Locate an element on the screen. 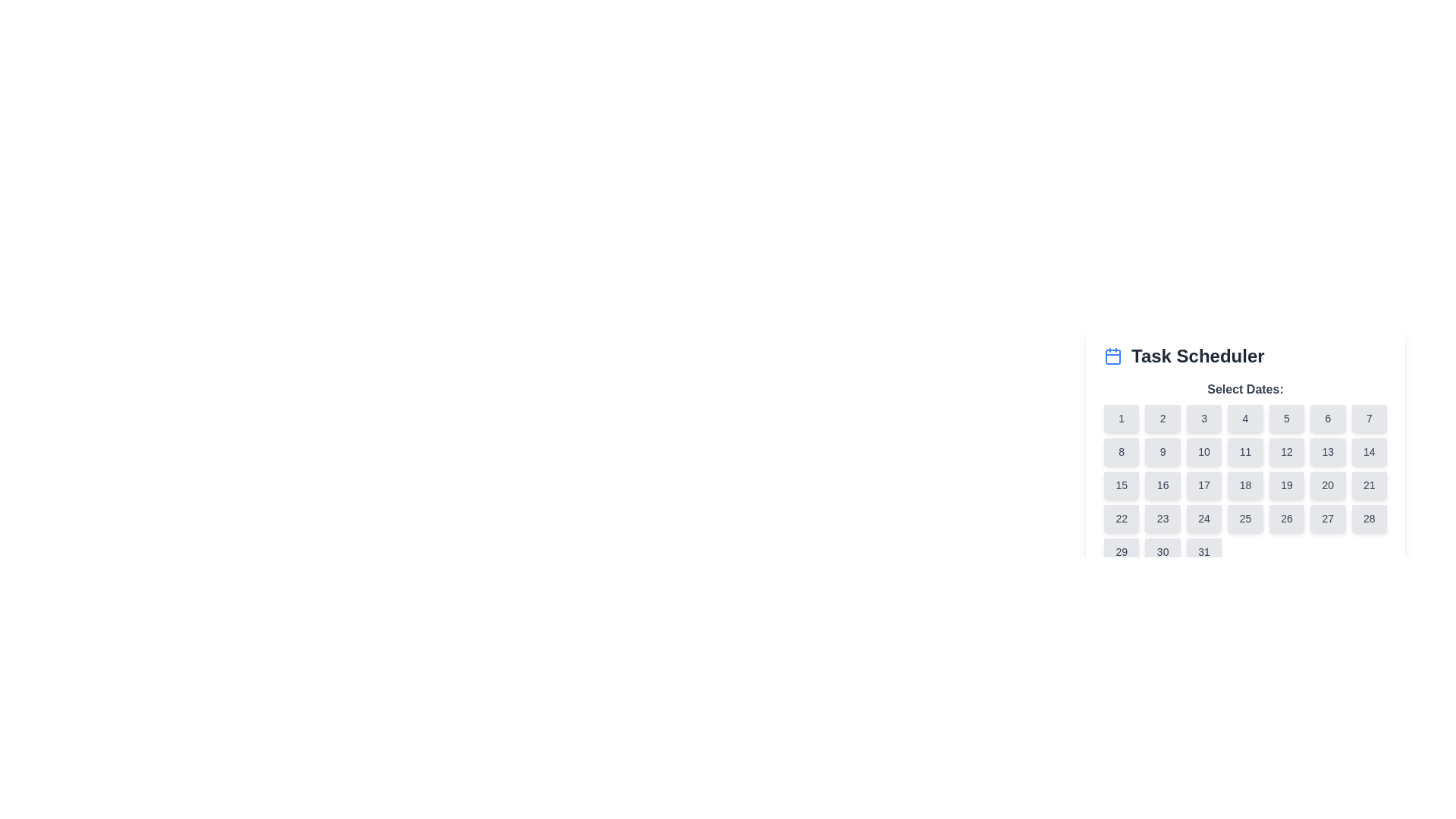  the rectangular button labeled '10' with a light gray background, located in the second row and third column of the grid is located at coordinates (1203, 451).